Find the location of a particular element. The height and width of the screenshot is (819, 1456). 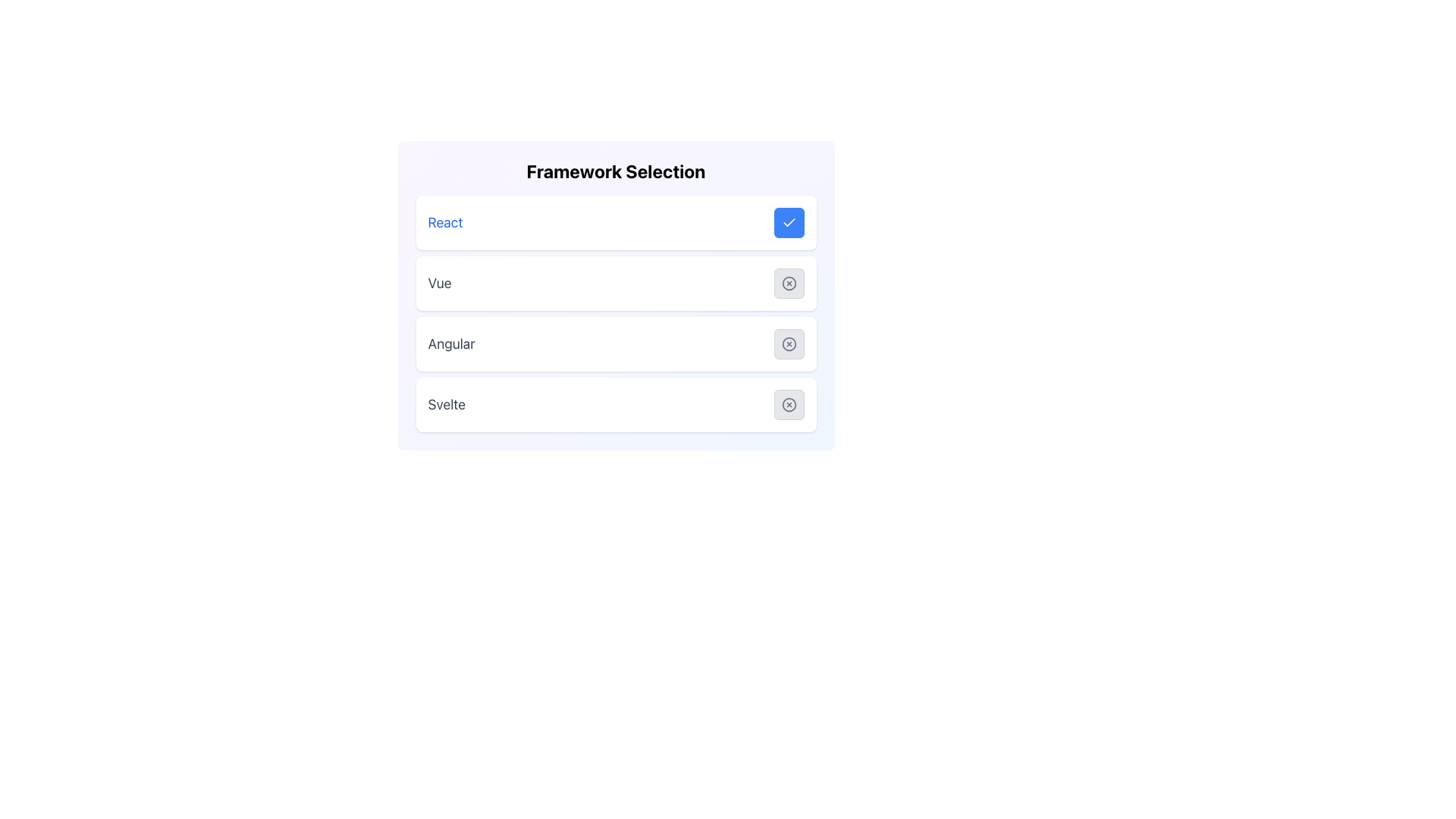

the decorative circle embedded within the button associated with the 'Vue' option in the framework selection interface is located at coordinates (789, 284).